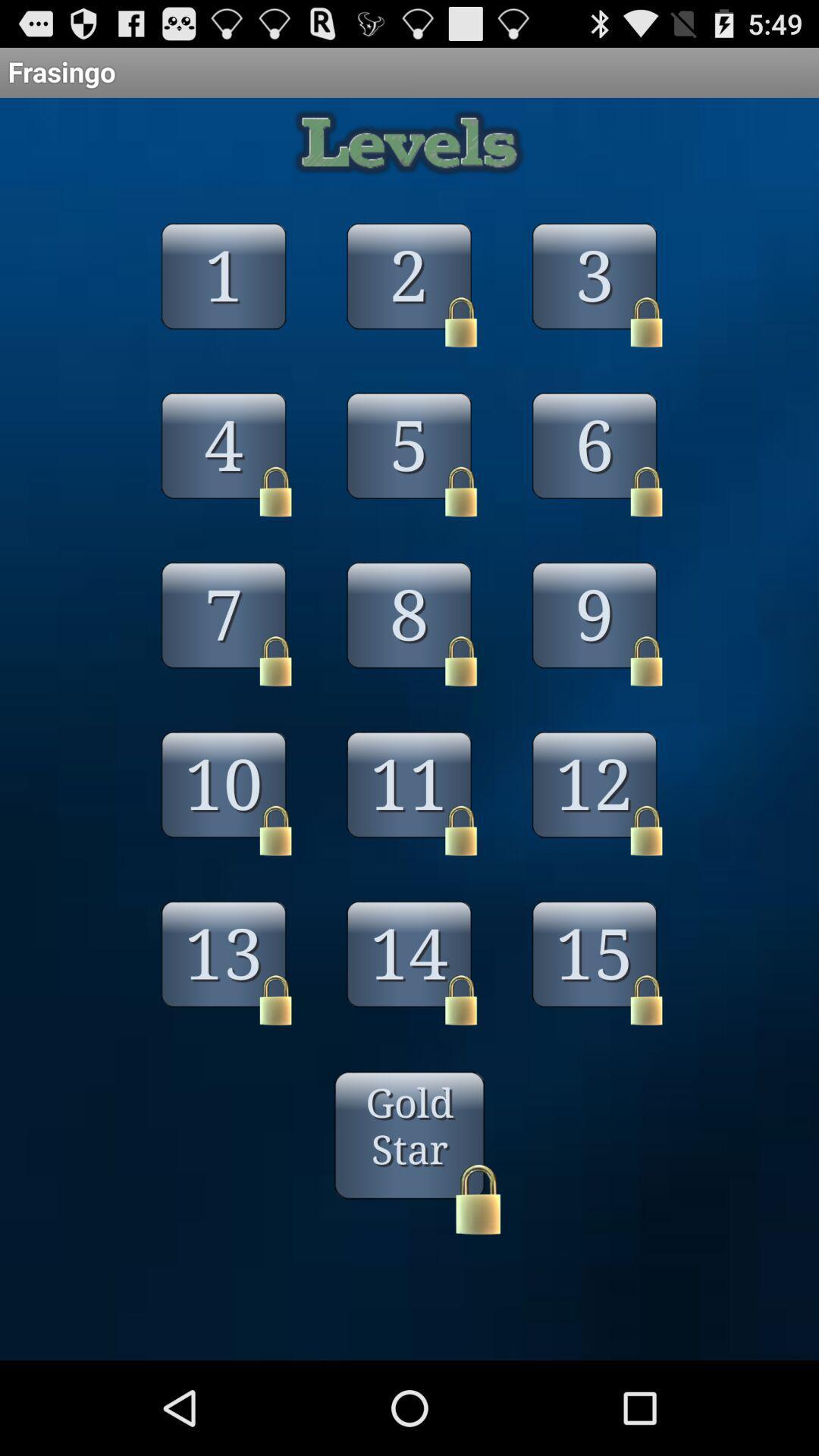 The height and width of the screenshot is (1456, 819). What do you see at coordinates (646, 322) in the screenshot?
I see `the lock image below 3 on the web page` at bounding box center [646, 322].